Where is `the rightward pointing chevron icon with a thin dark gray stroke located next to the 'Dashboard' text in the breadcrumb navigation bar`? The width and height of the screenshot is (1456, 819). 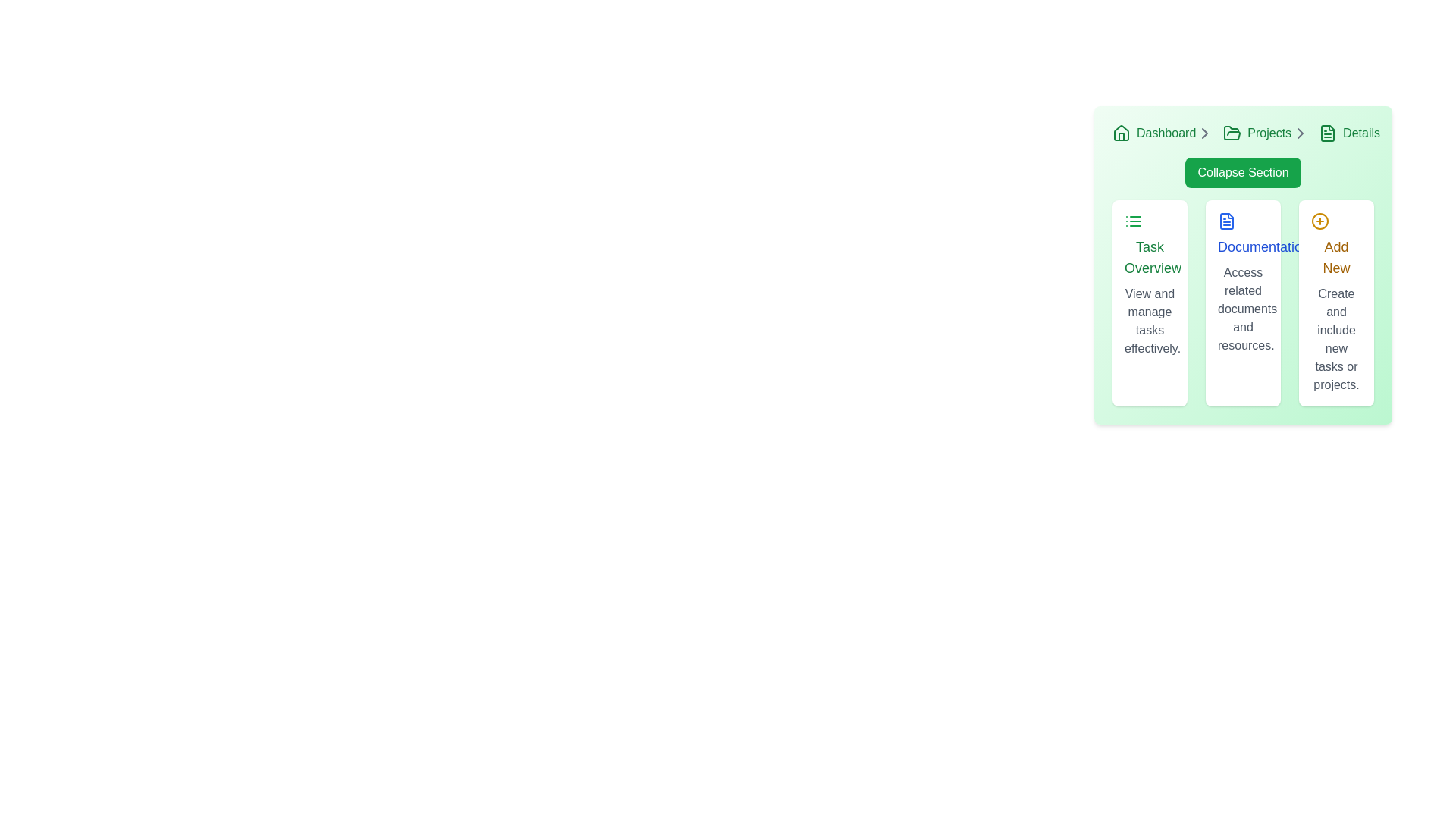
the rightward pointing chevron icon with a thin dark gray stroke located next to the 'Dashboard' text in the breadcrumb navigation bar is located at coordinates (1204, 133).